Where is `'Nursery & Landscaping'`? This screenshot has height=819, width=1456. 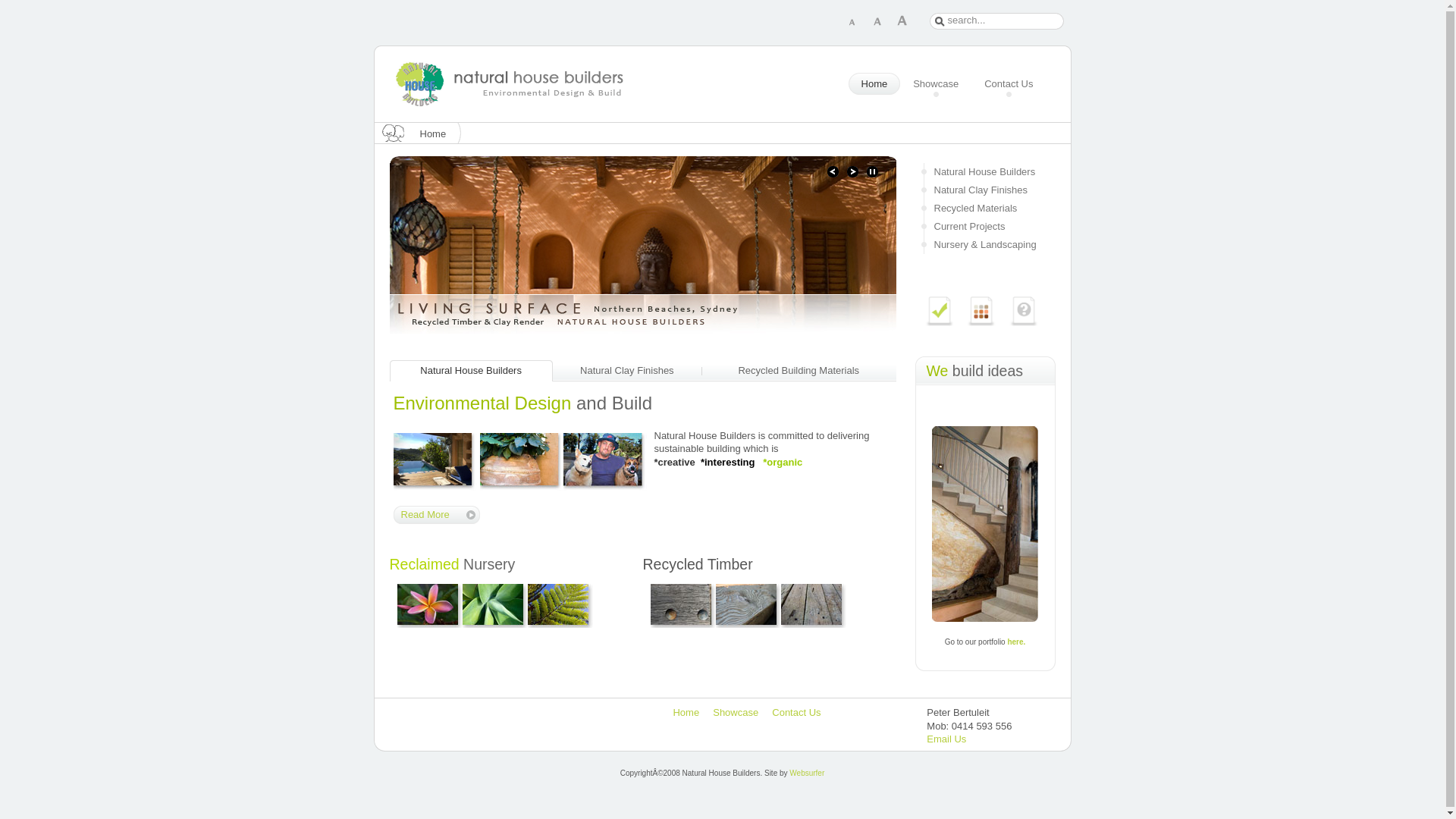 'Nursery & Landscaping' is located at coordinates (984, 244).